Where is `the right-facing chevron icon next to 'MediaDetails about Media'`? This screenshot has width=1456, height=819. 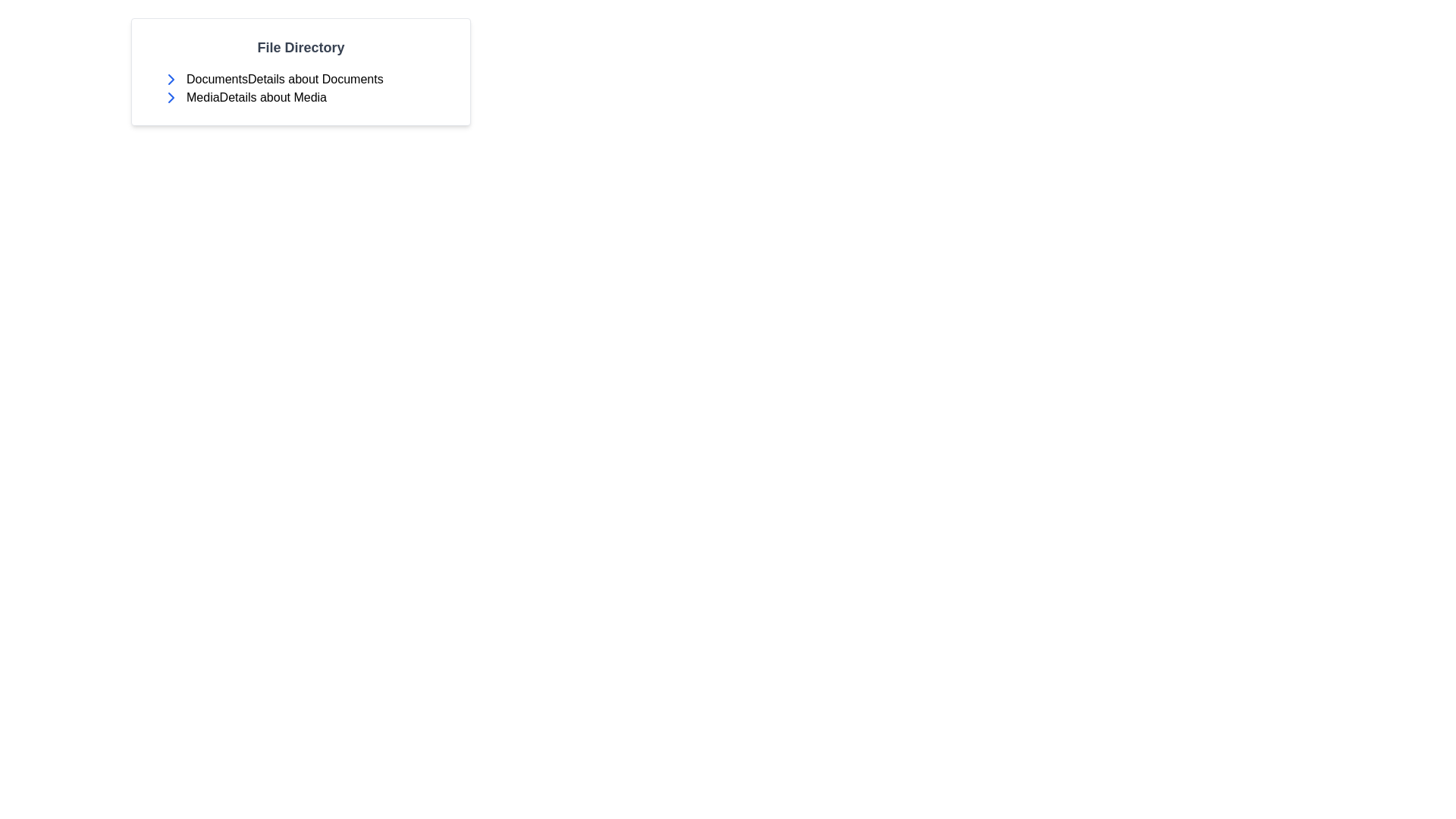 the right-facing chevron icon next to 'MediaDetails about Media' is located at coordinates (171, 79).